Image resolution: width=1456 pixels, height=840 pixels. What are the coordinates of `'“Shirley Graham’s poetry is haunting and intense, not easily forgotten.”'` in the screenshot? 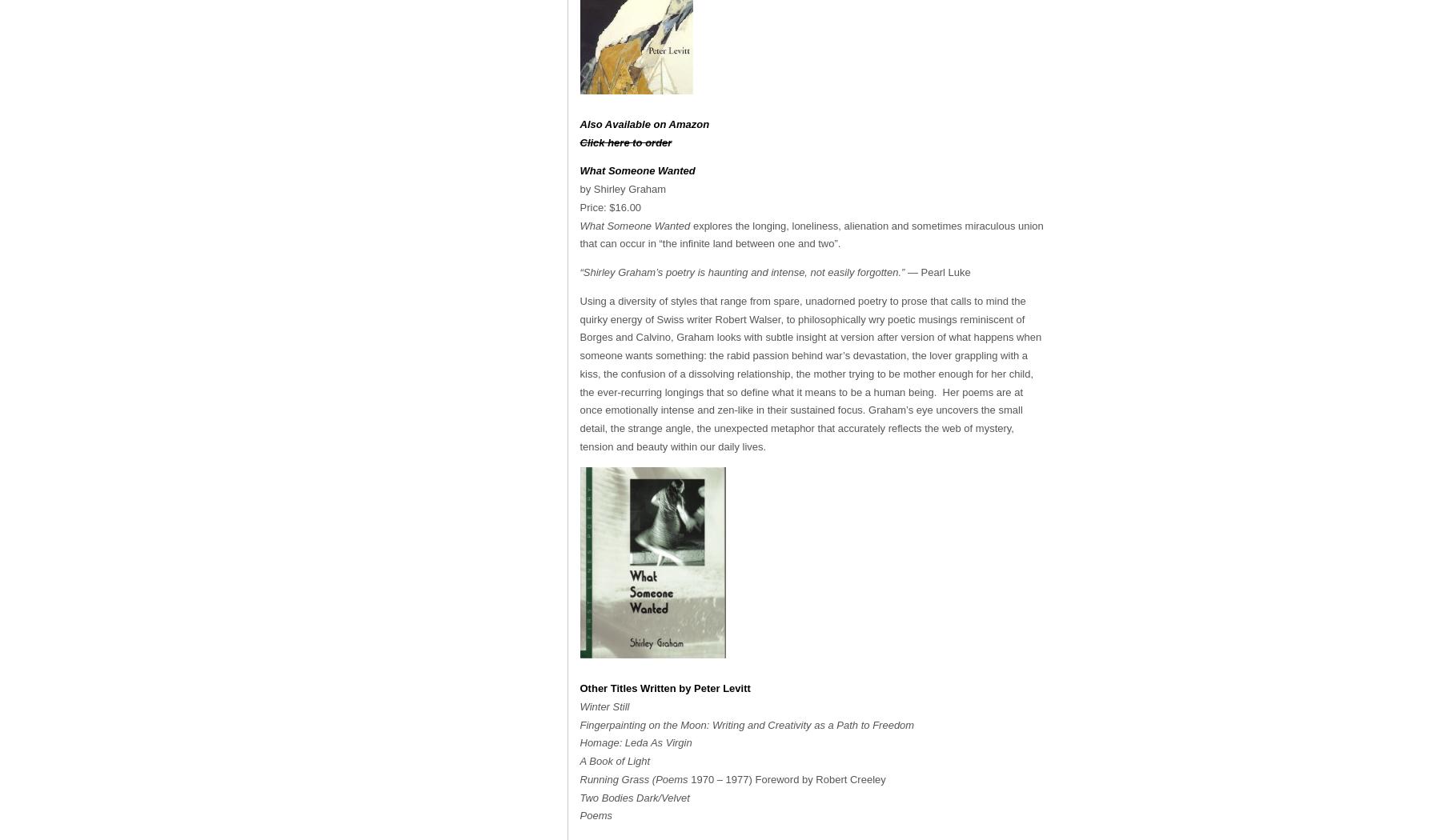 It's located at (740, 271).